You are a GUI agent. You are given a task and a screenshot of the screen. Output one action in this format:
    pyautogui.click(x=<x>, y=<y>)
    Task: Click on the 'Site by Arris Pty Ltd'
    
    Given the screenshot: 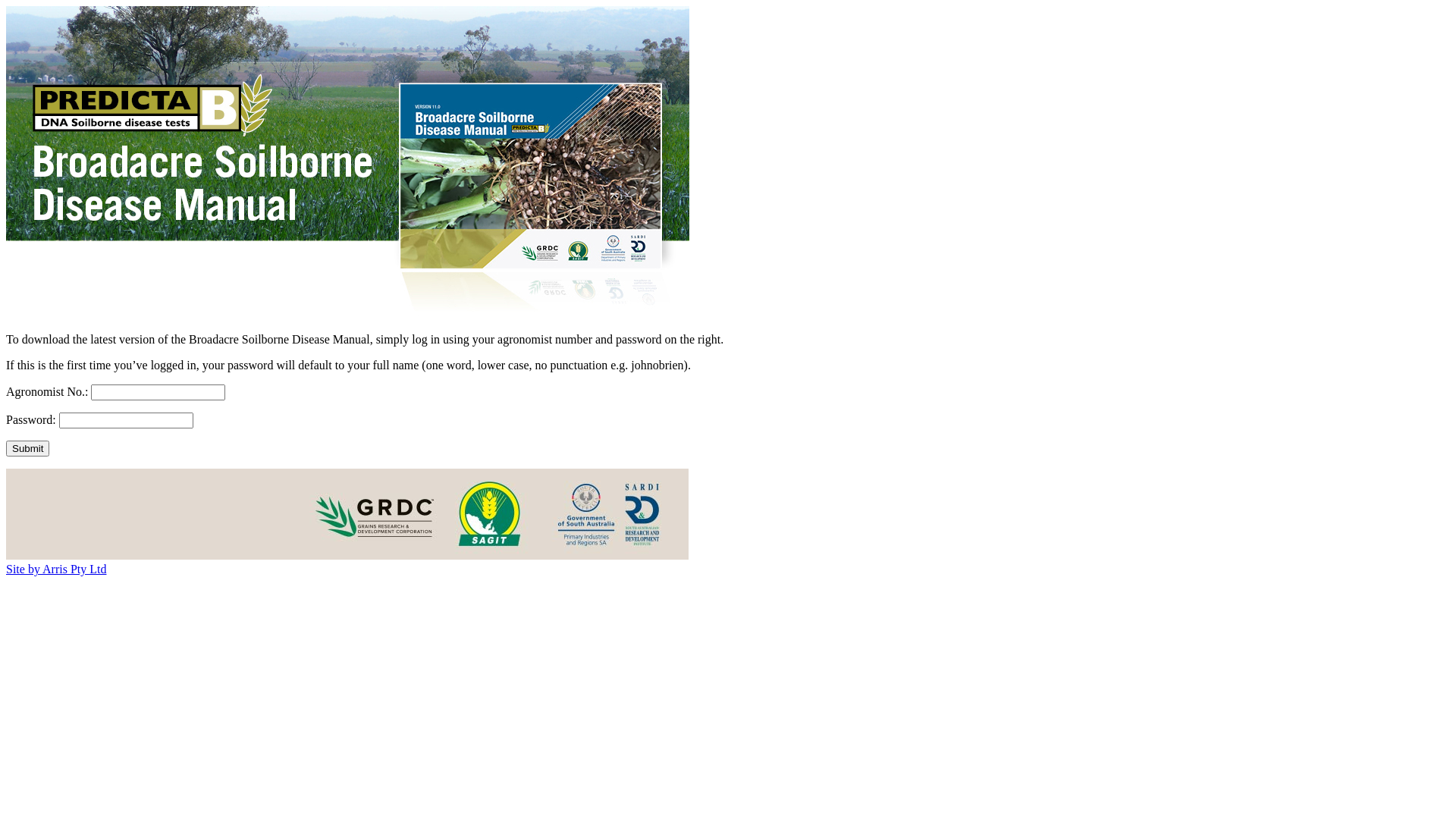 What is the action you would take?
    pyautogui.click(x=55, y=569)
    